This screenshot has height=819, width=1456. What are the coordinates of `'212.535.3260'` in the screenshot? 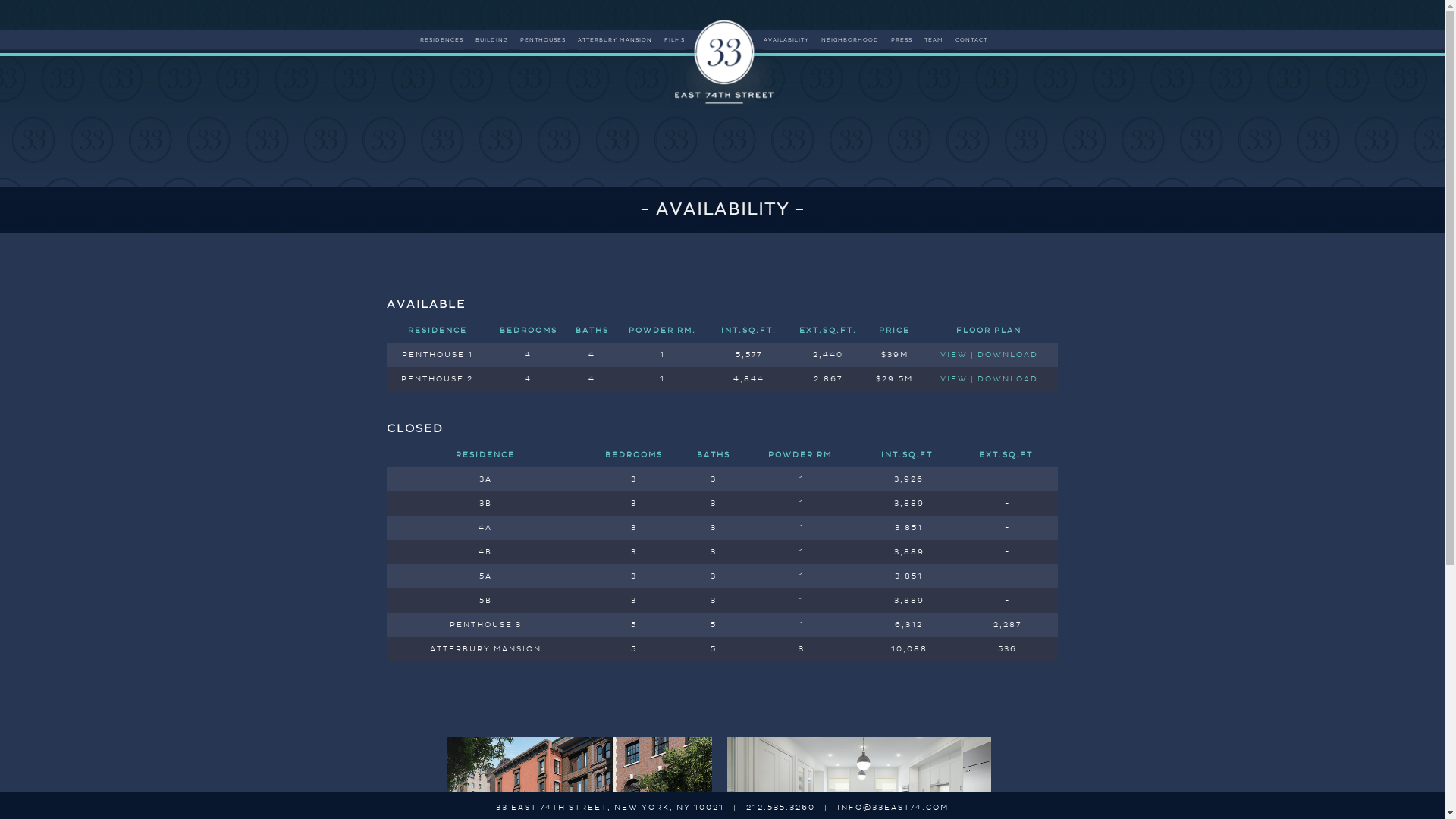 It's located at (780, 806).